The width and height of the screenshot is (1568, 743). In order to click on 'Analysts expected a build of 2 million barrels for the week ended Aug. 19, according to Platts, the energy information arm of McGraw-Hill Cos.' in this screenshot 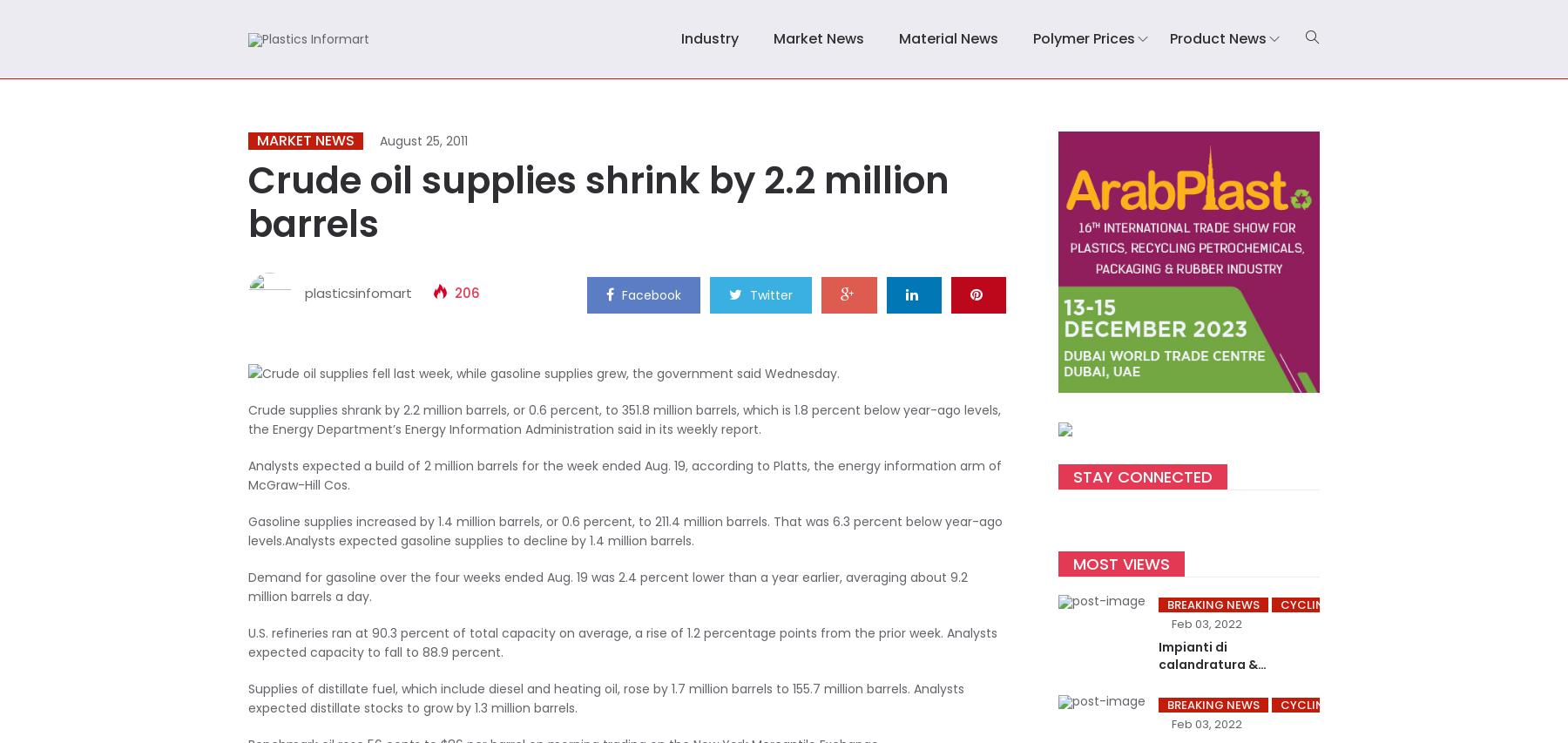, I will do `click(624, 475)`.